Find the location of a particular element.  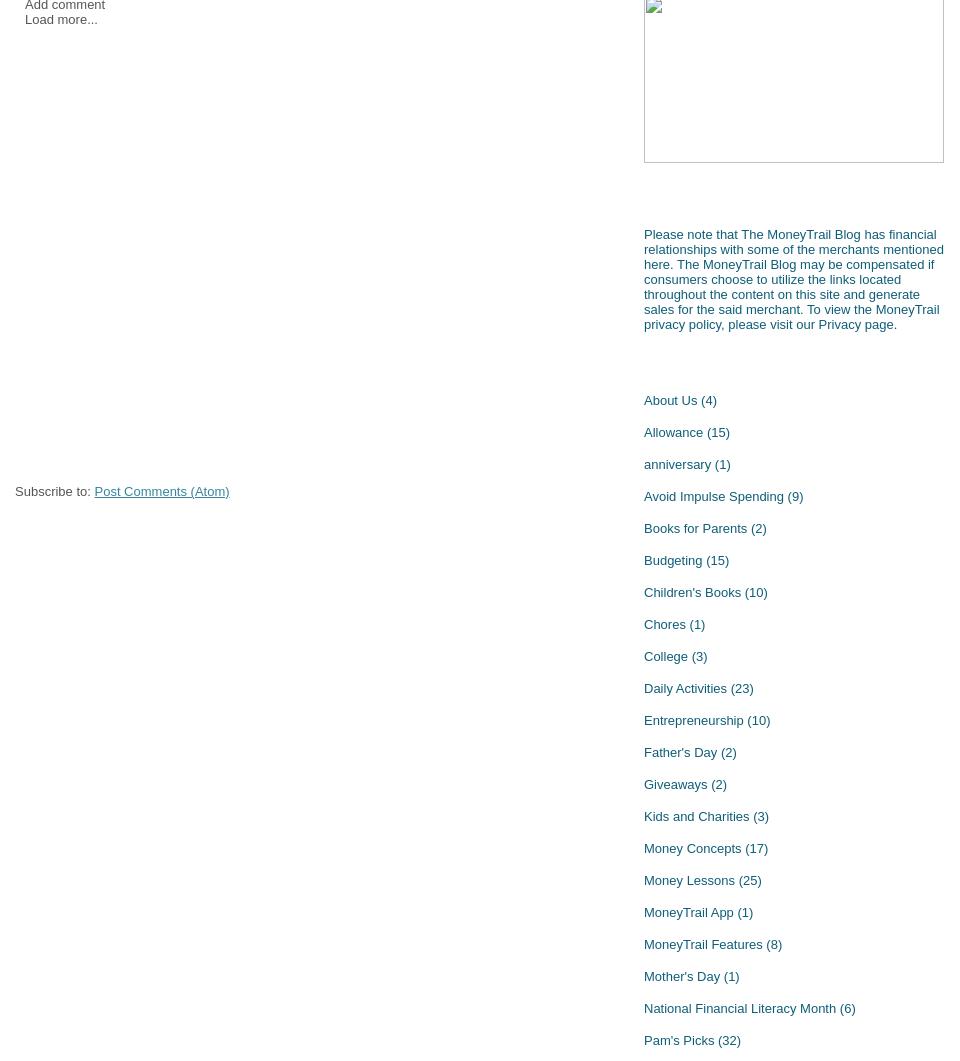

'Load more...' is located at coordinates (61, 19).